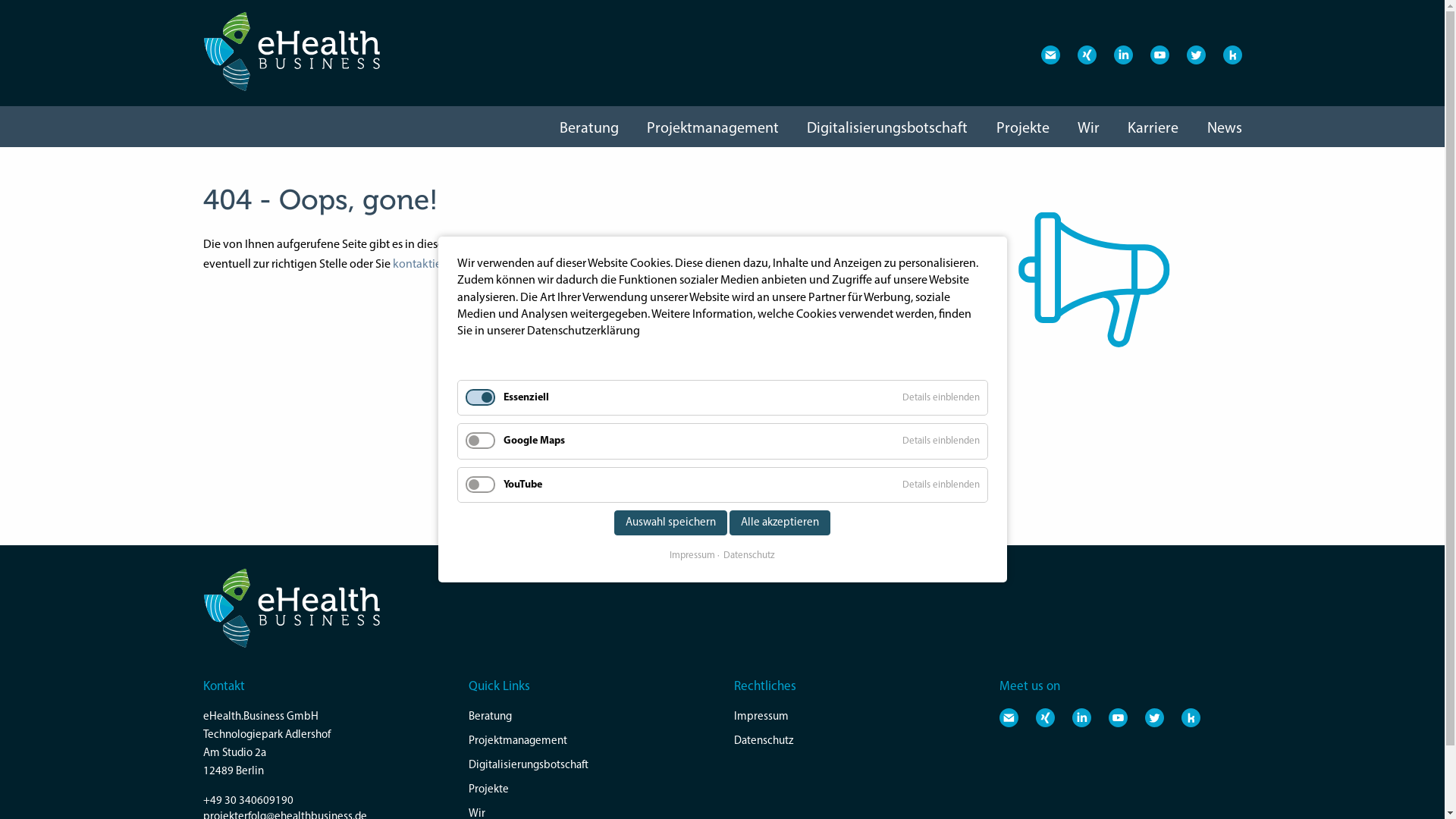 The height and width of the screenshot is (819, 1456). I want to click on 'E-Mail an eHealth.Business', so click(1009, 717).